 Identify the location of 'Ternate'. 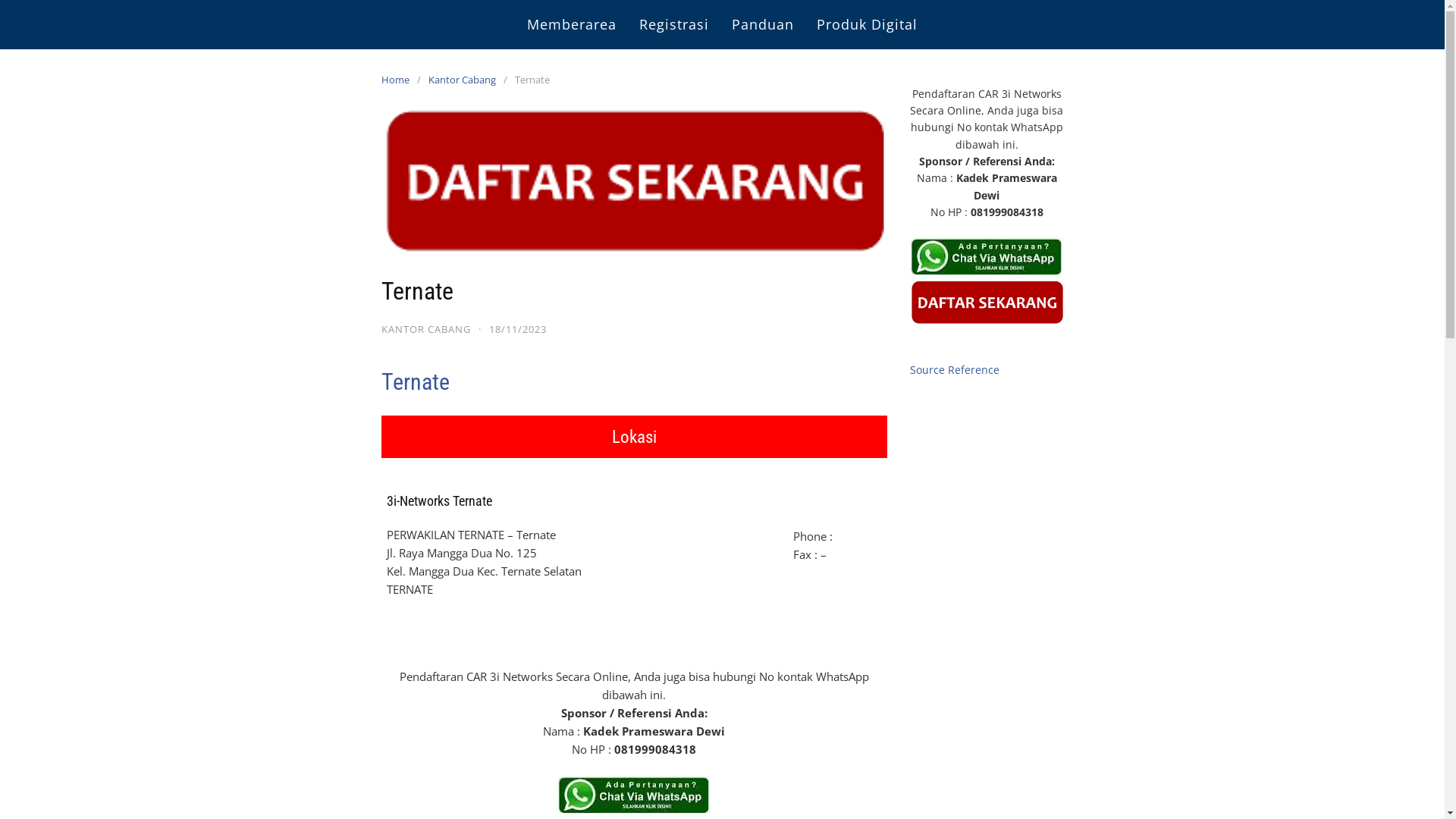
(415, 381).